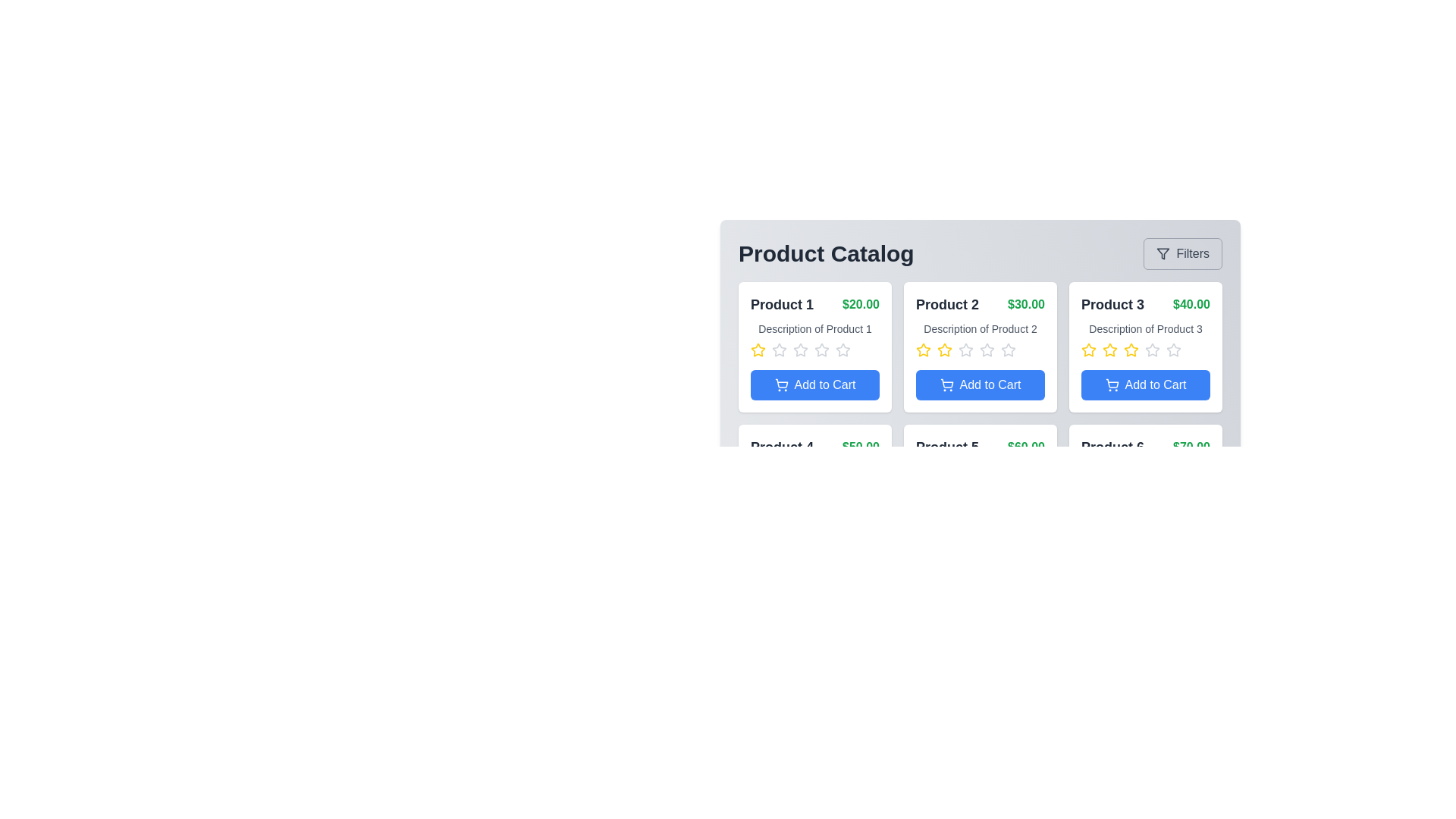 This screenshot has width=1456, height=819. Describe the element at coordinates (814, 384) in the screenshot. I see `the 'Add to Cart' button for 'Product 1'` at that location.